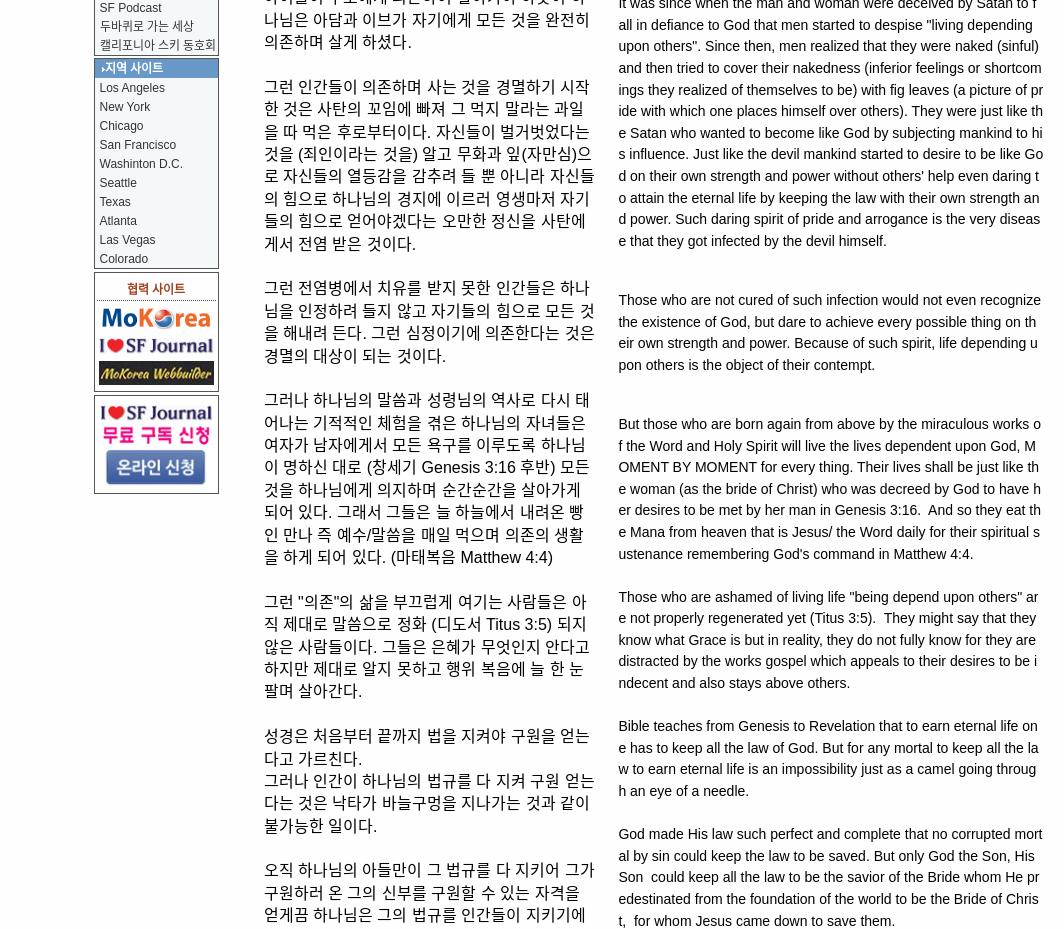 Image resolution: width=1064 pixels, height=929 pixels. What do you see at coordinates (426, 645) in the screenshot?
I see `'그런 "의존"의 삶을 부끄럽게 여기는 사람들은 아직 제대로 말씀으로 정화 										(디도서 Titus 3:5) 되지 않은 사람들이다. 그들은 은혜가 										무엇인지 안다고 하지만 제대로 알지 못하고 행위 복음에 늘 한 눈 팔며 										살아간다.'` at bounding box center [426, 645].